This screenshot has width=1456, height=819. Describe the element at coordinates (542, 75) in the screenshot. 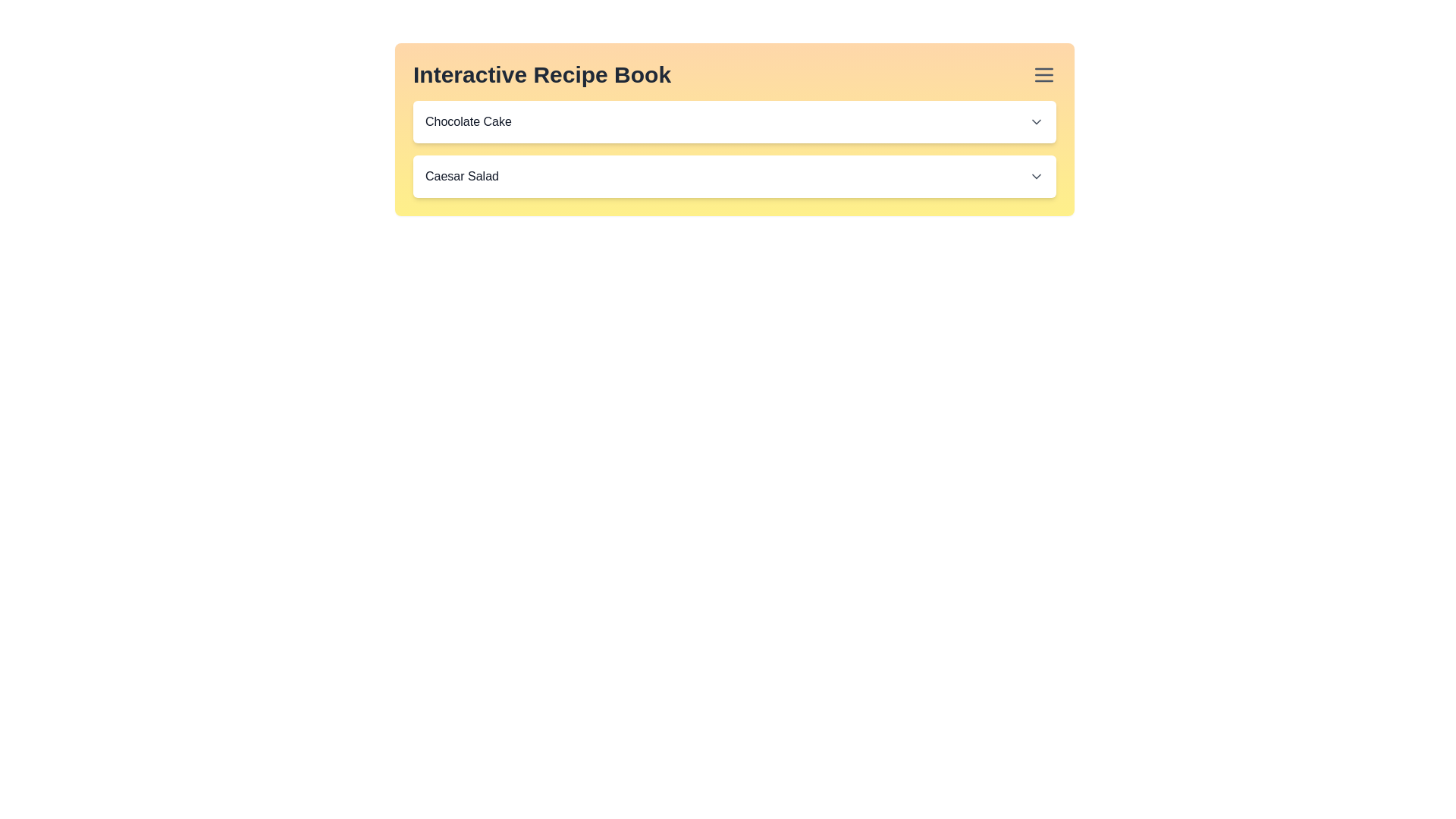

I see `the prominent heading text element 'Interactive Recipe Book' displayed in a large, bold font against a light orange gradient background` at that location.